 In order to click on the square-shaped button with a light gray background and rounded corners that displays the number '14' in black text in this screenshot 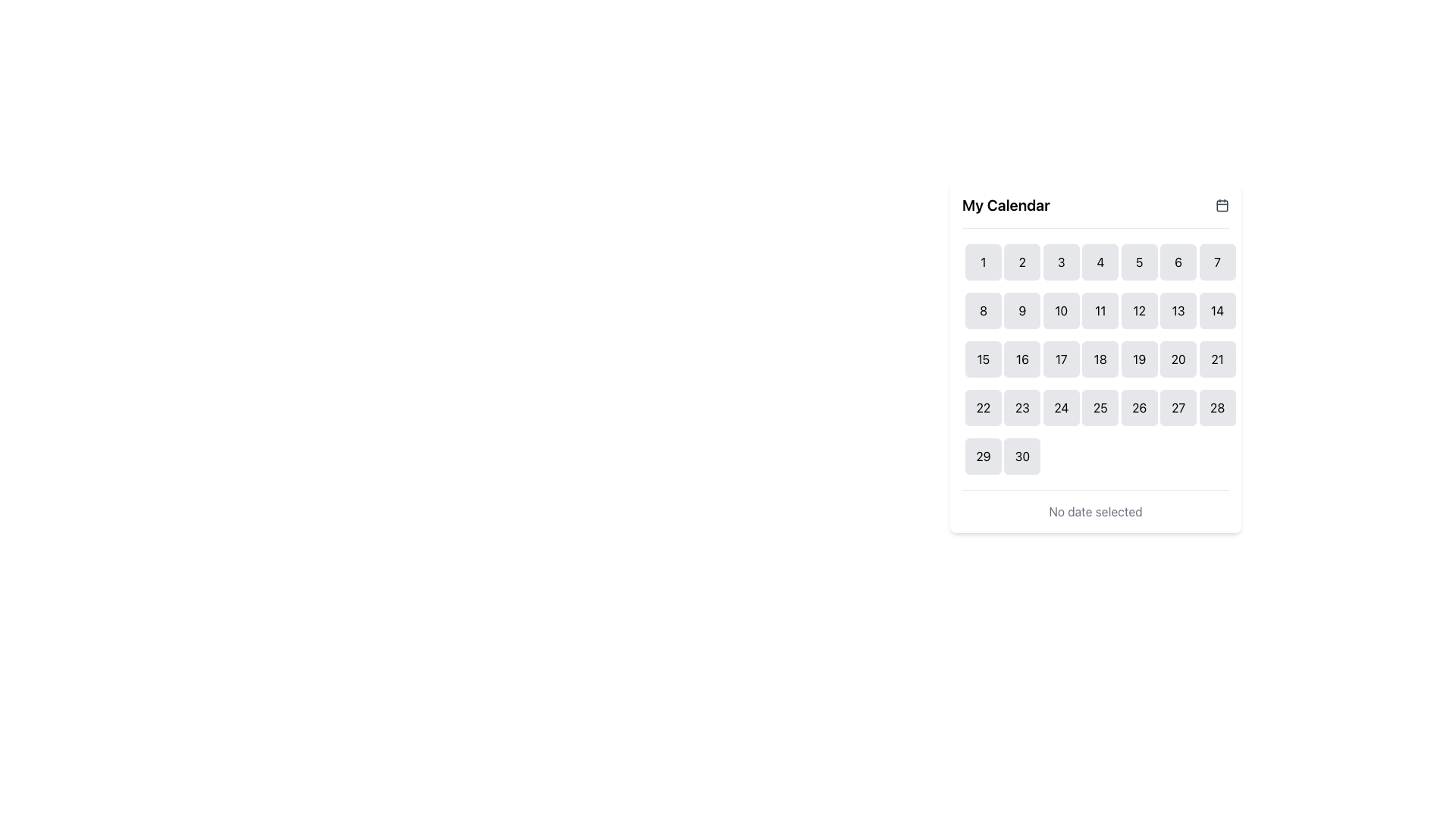, I will do `click(1217, 309)`.